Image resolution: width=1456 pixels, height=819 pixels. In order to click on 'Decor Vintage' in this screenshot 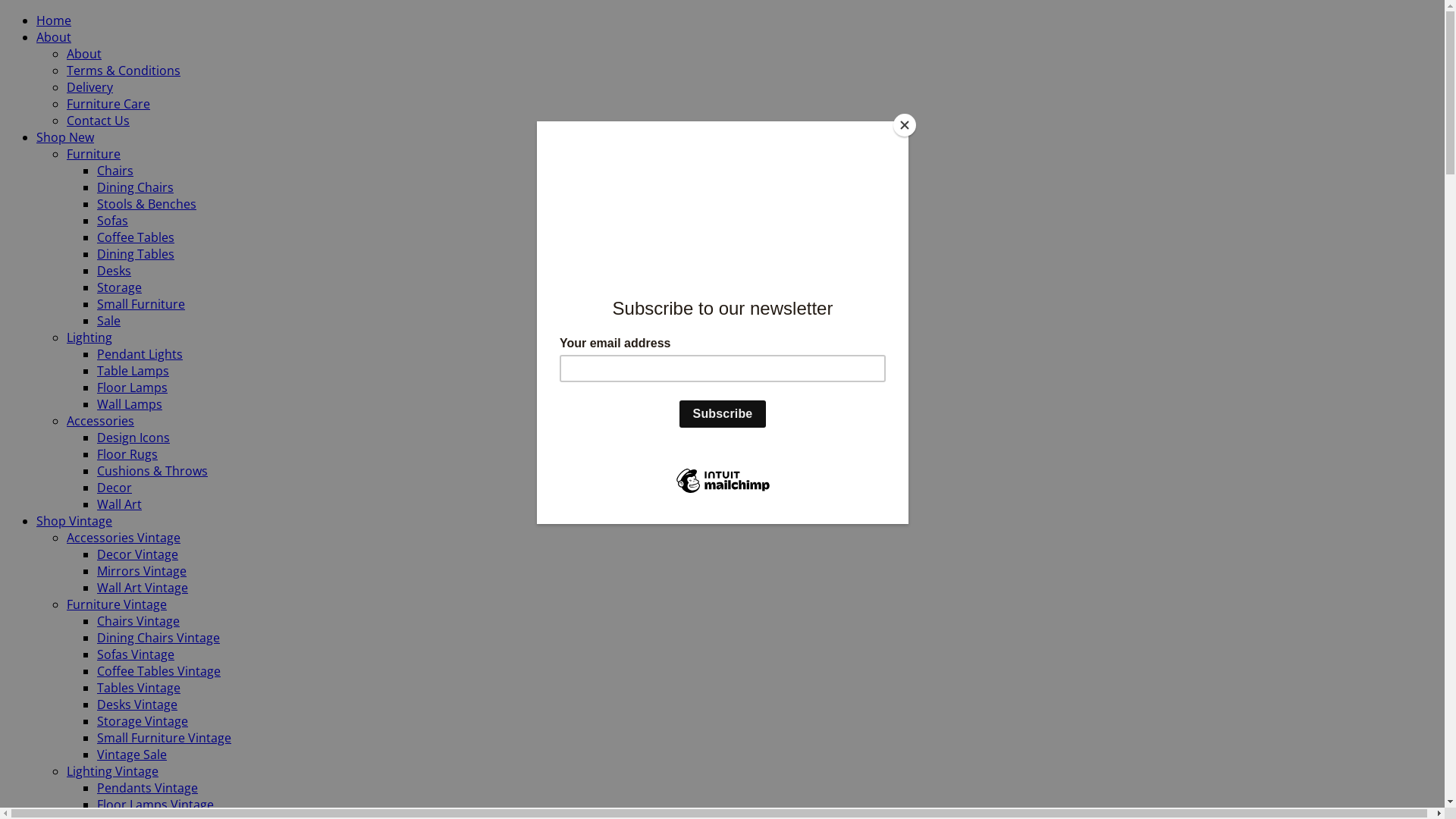, I will do `click(137, 554)`.